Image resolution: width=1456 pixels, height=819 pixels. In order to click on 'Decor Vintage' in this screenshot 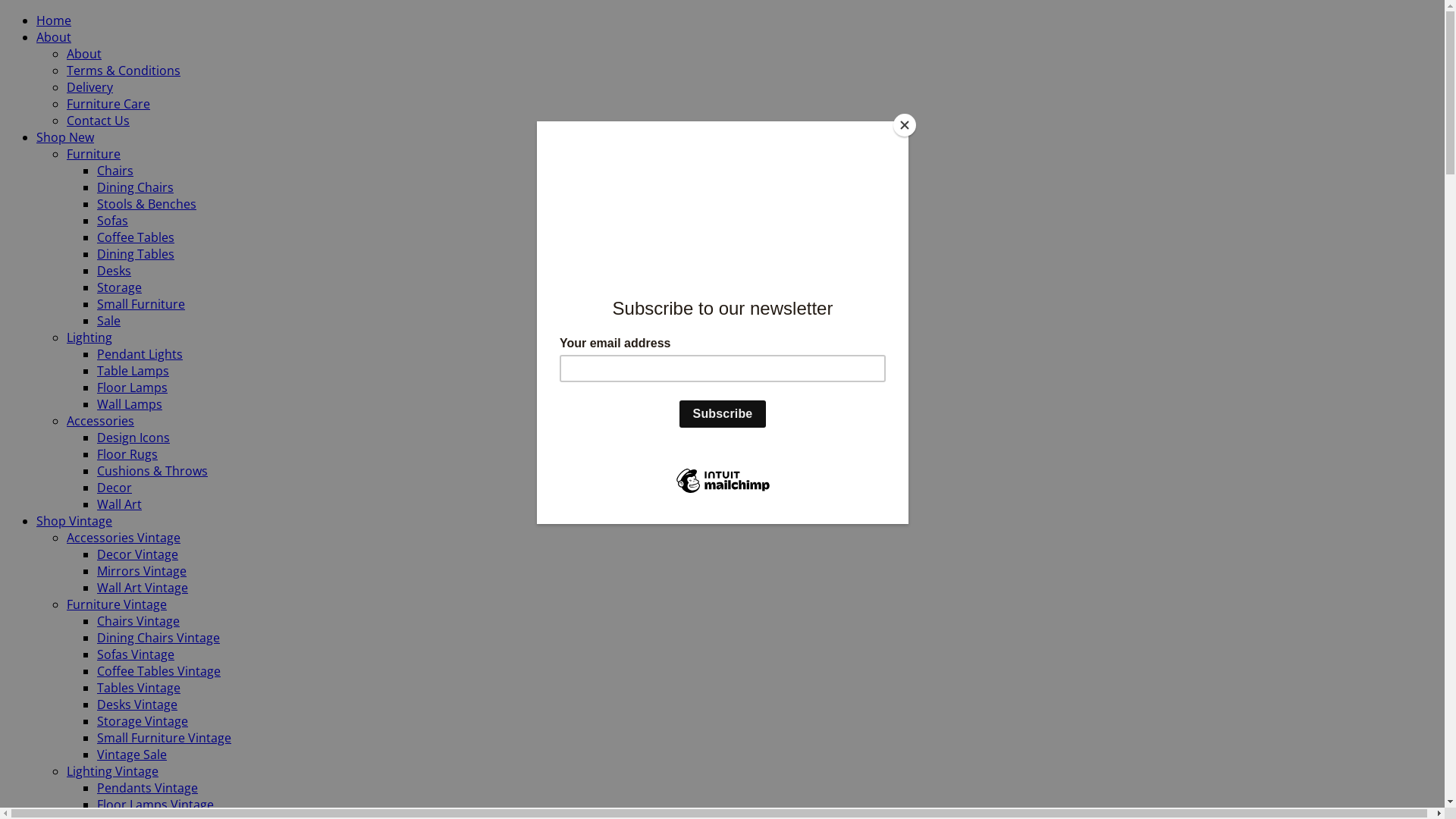, I will do `click(137, 554)`.